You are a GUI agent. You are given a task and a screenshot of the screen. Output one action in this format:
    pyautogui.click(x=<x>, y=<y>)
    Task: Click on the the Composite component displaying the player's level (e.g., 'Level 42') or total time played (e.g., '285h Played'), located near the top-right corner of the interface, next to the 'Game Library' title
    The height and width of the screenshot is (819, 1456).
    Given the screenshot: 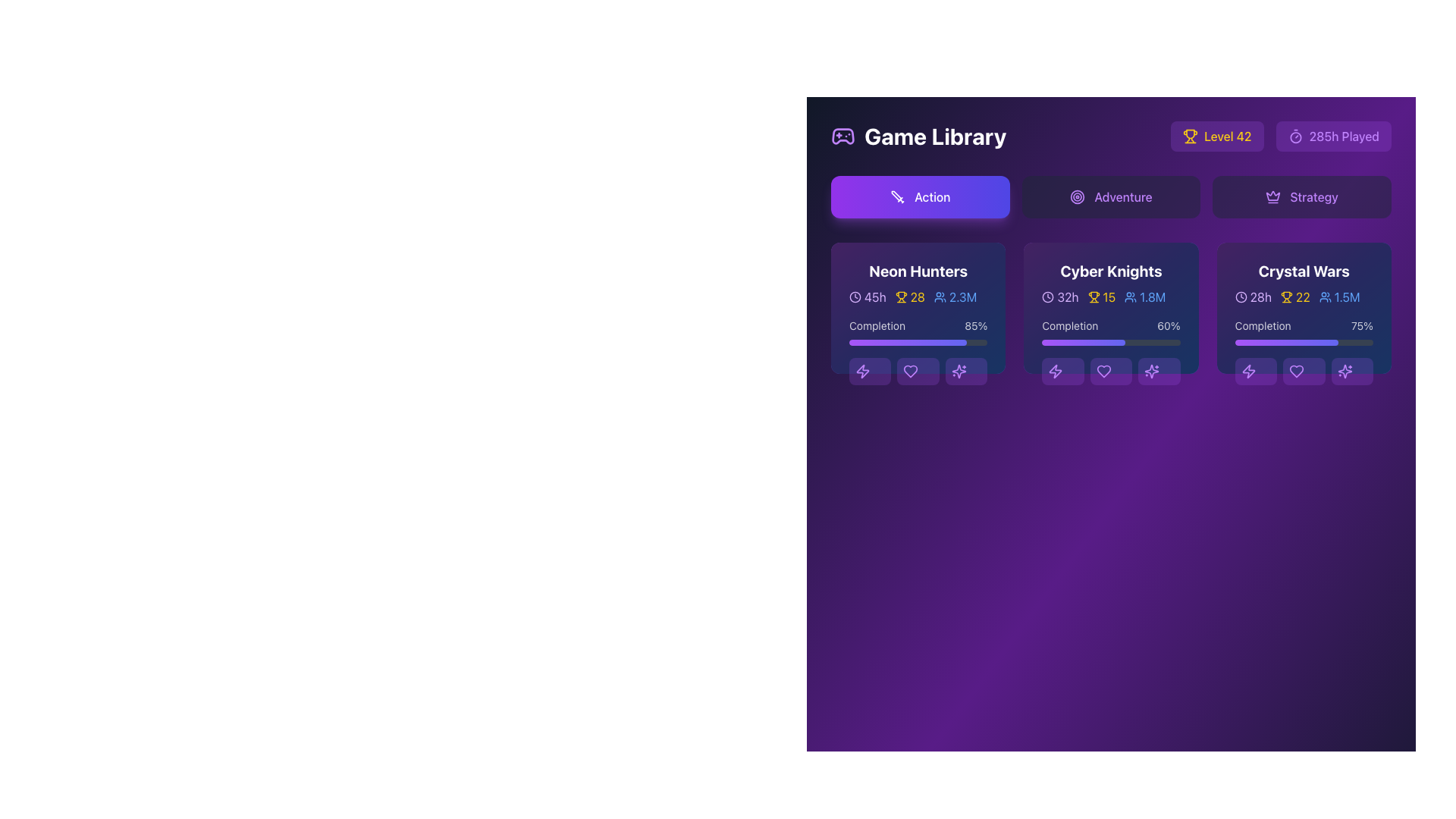 What is the action you would take?
    pyautogui.click(x=1280, y=136)
    